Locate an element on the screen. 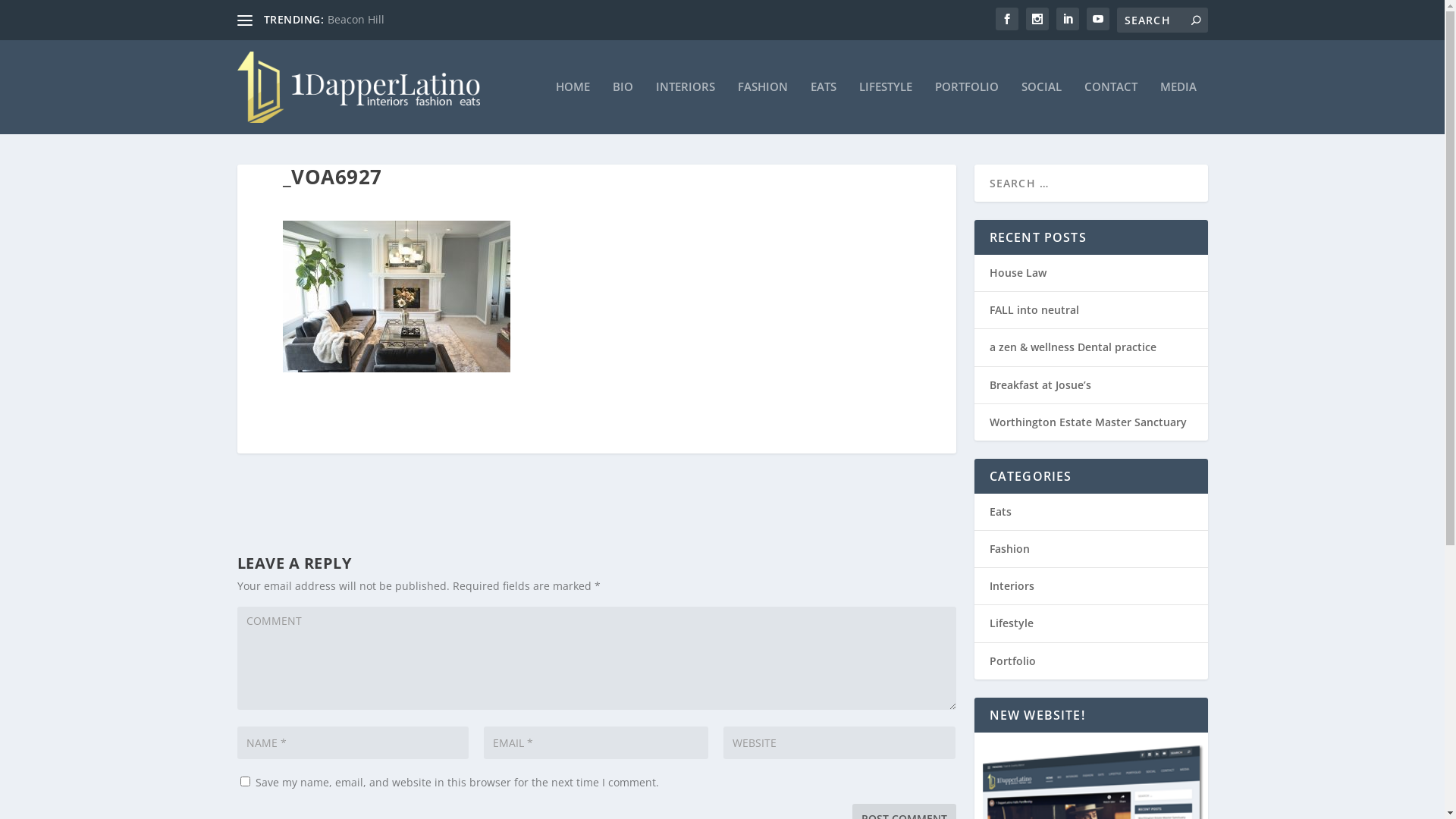 The height and width of the screenshot is (819, 1456). 'Eats' is located at coordinates (999, 511).